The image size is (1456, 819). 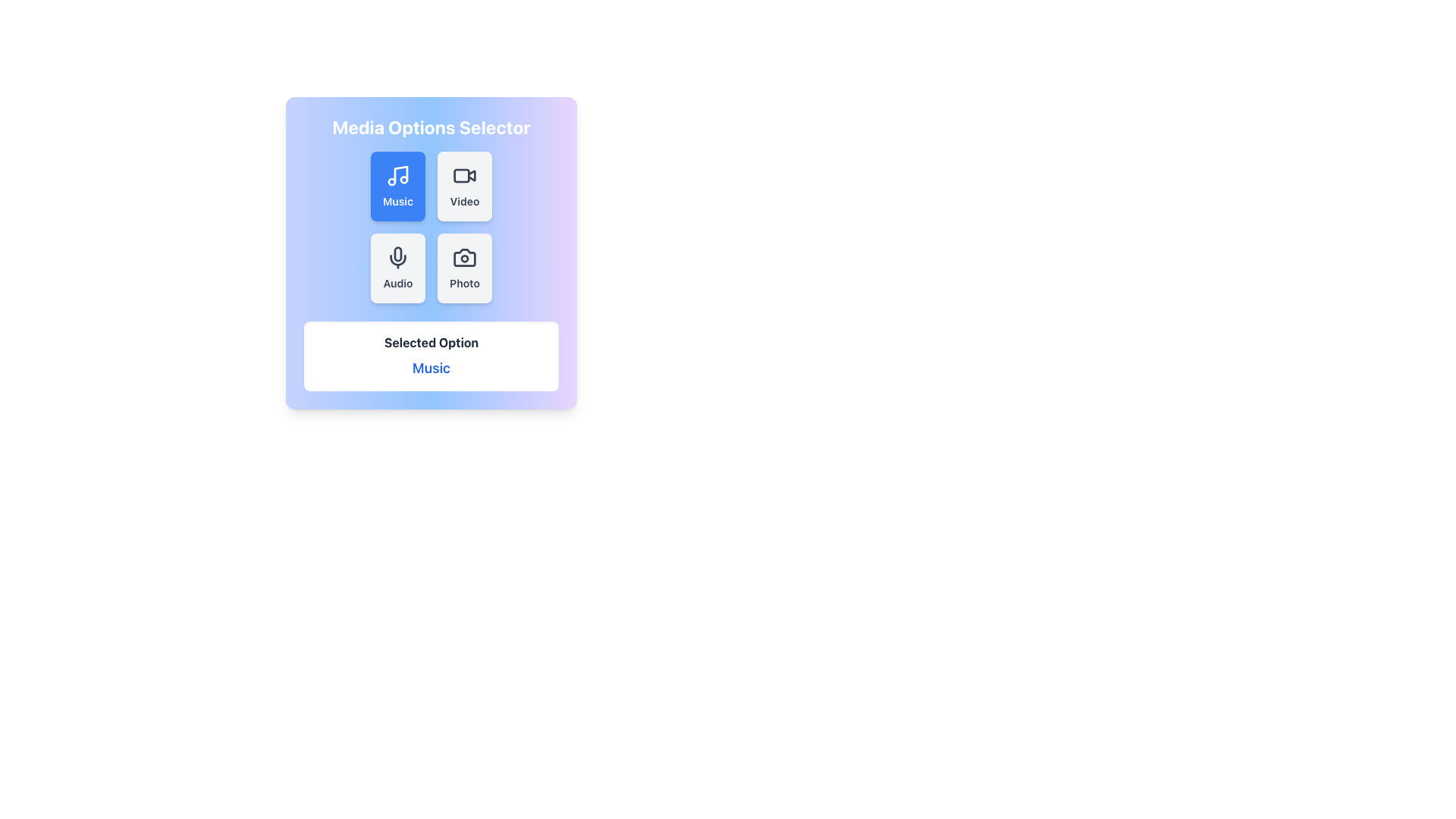 What do you see at coordinates (400, 174) in the screenshot?
I see `the music icon within the blue button labeled 'Music', located in the top-left corner of the media options selector` at bounding box center [400, 174].